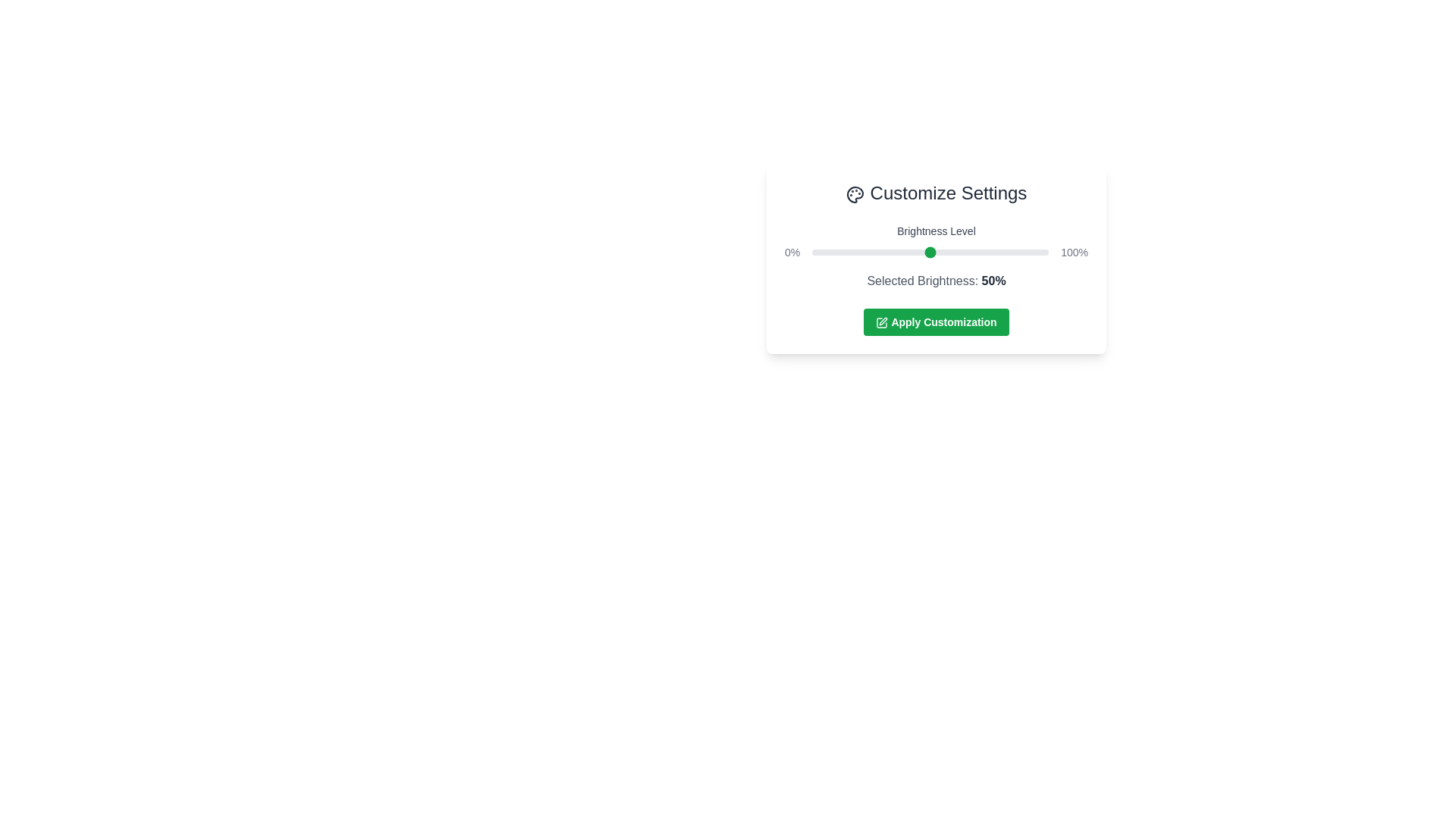 The height and width of the screenshot is (819, 1456). Describe the element at coordinates (937, 251) in the screenshot. I see `brightness level` at that location.